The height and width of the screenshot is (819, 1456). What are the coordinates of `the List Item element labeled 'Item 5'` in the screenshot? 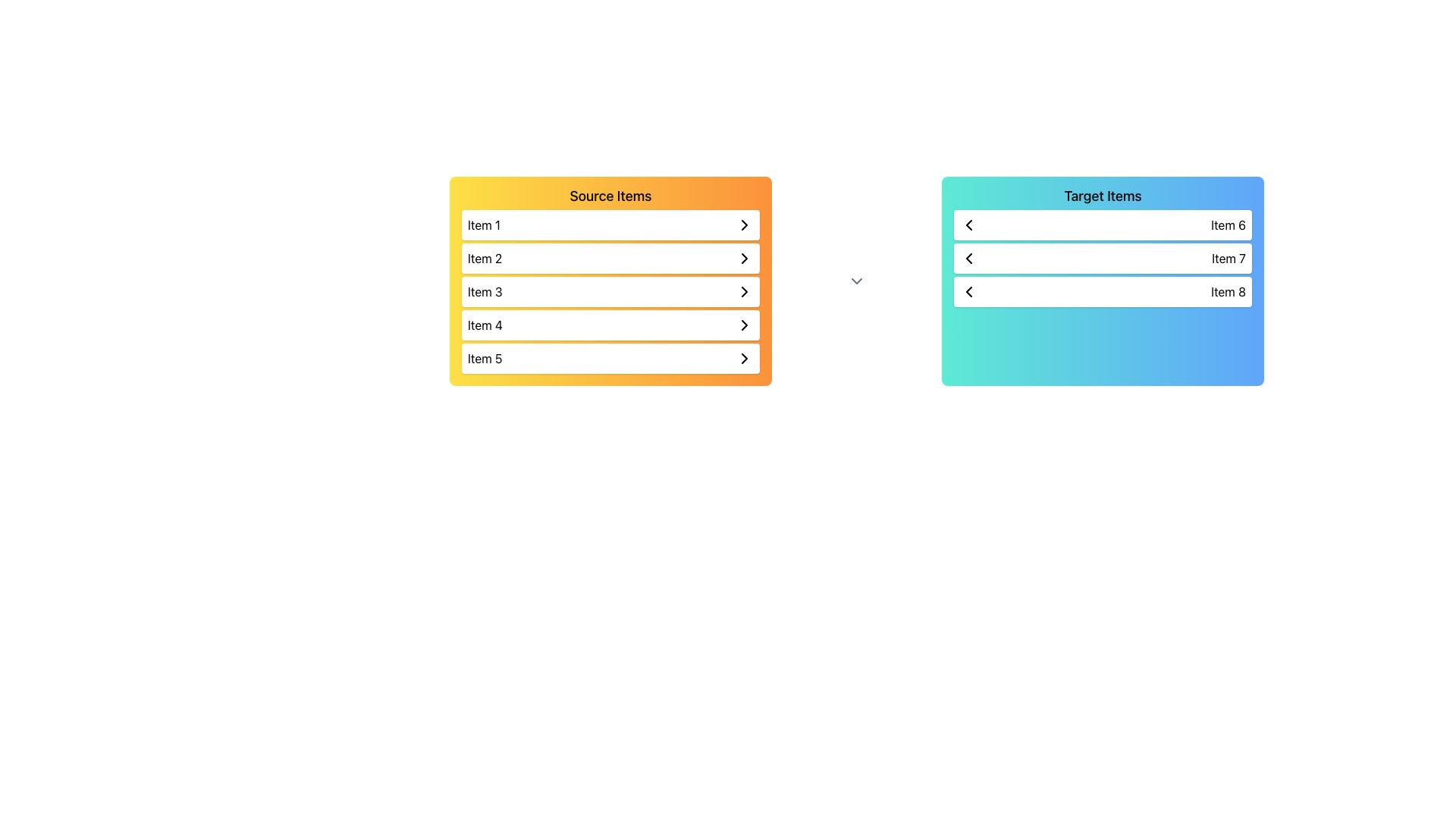 It's located at (610, 359).